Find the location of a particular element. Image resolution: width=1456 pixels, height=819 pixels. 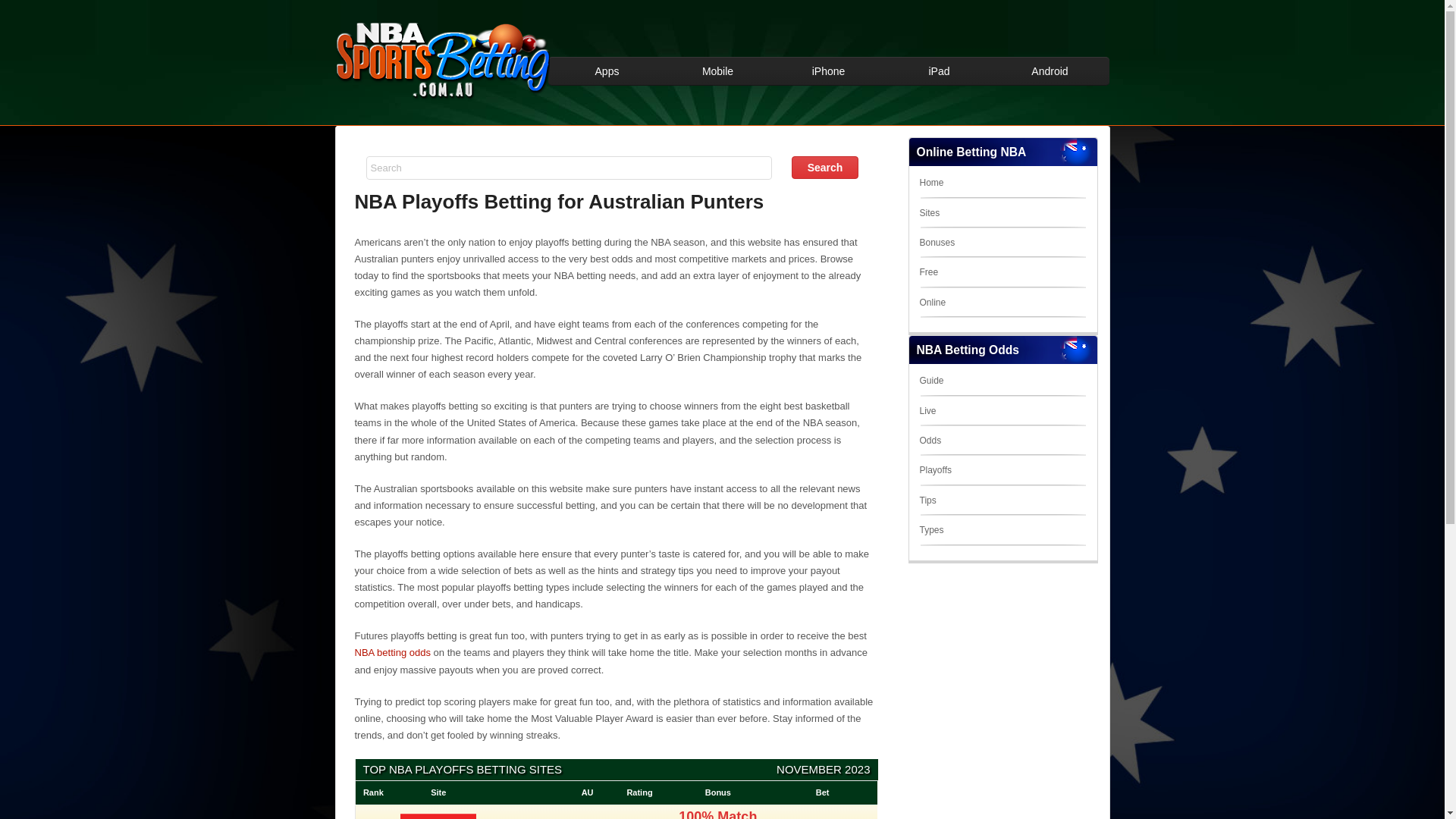

'iPad' is located at coordinates (938, 71).